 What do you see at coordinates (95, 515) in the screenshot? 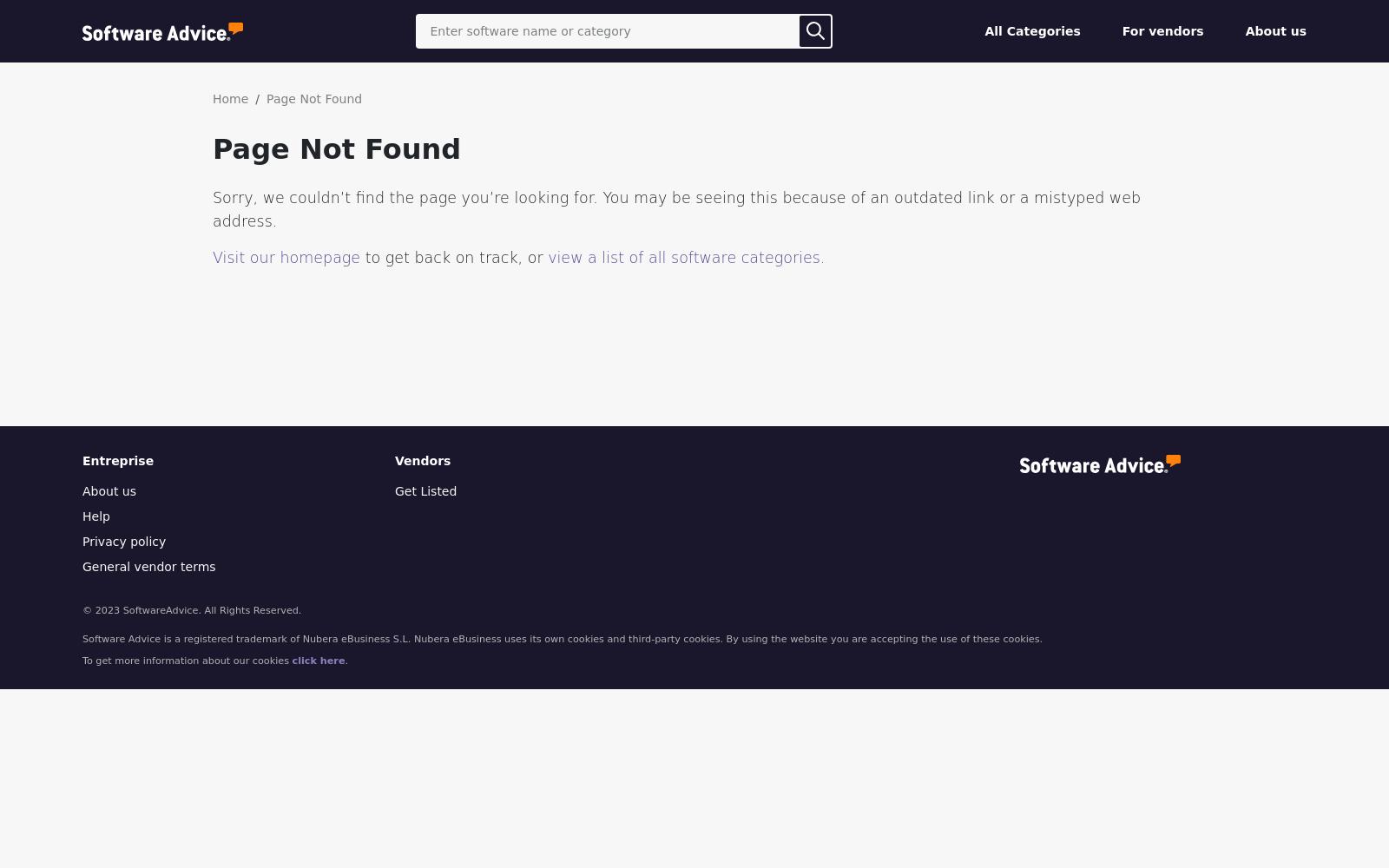
I see `'Help'` at bounding box center [95, 515].